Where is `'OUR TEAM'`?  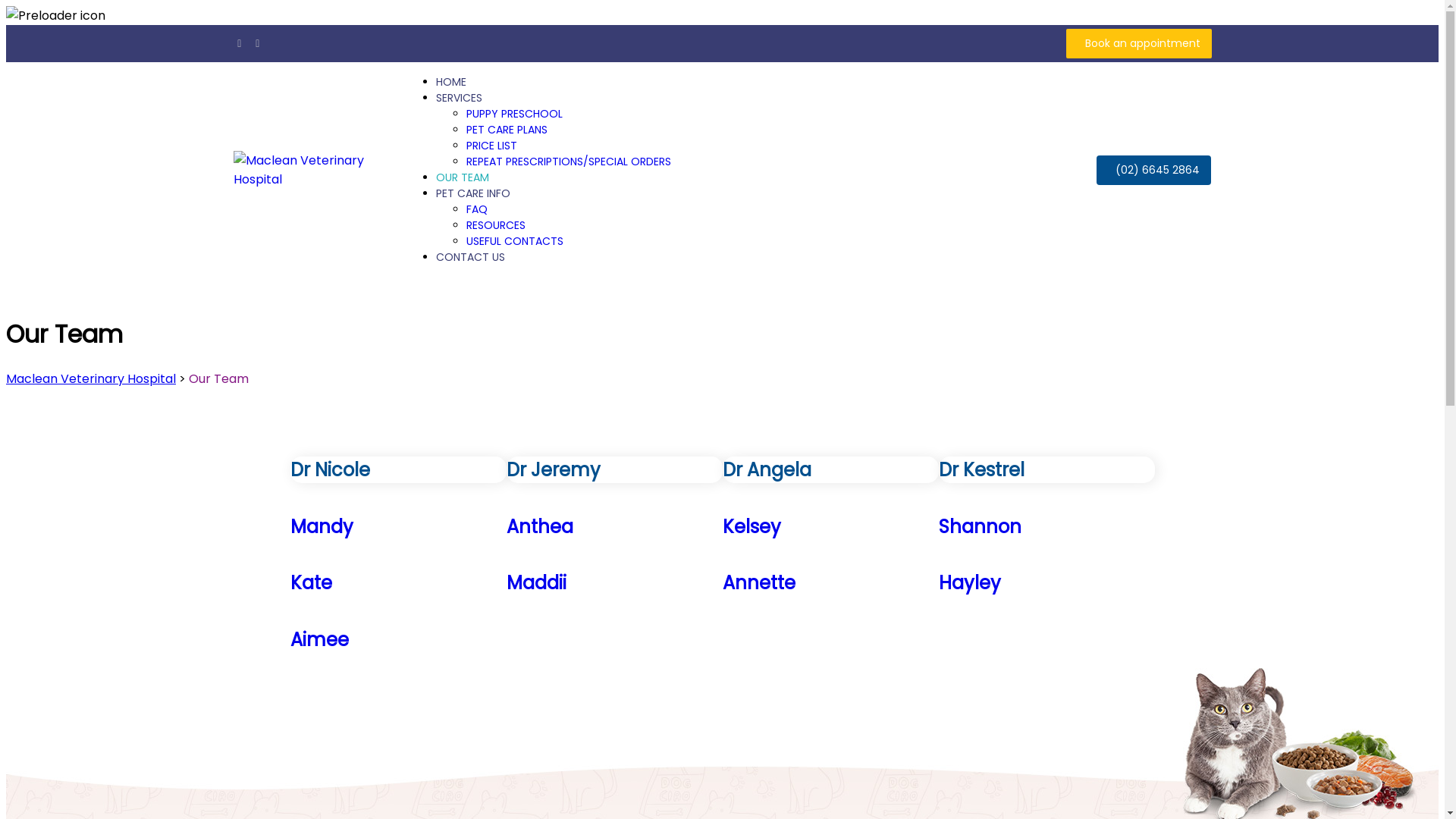
'OUR TEAM' is located at coordinates (461, 177).